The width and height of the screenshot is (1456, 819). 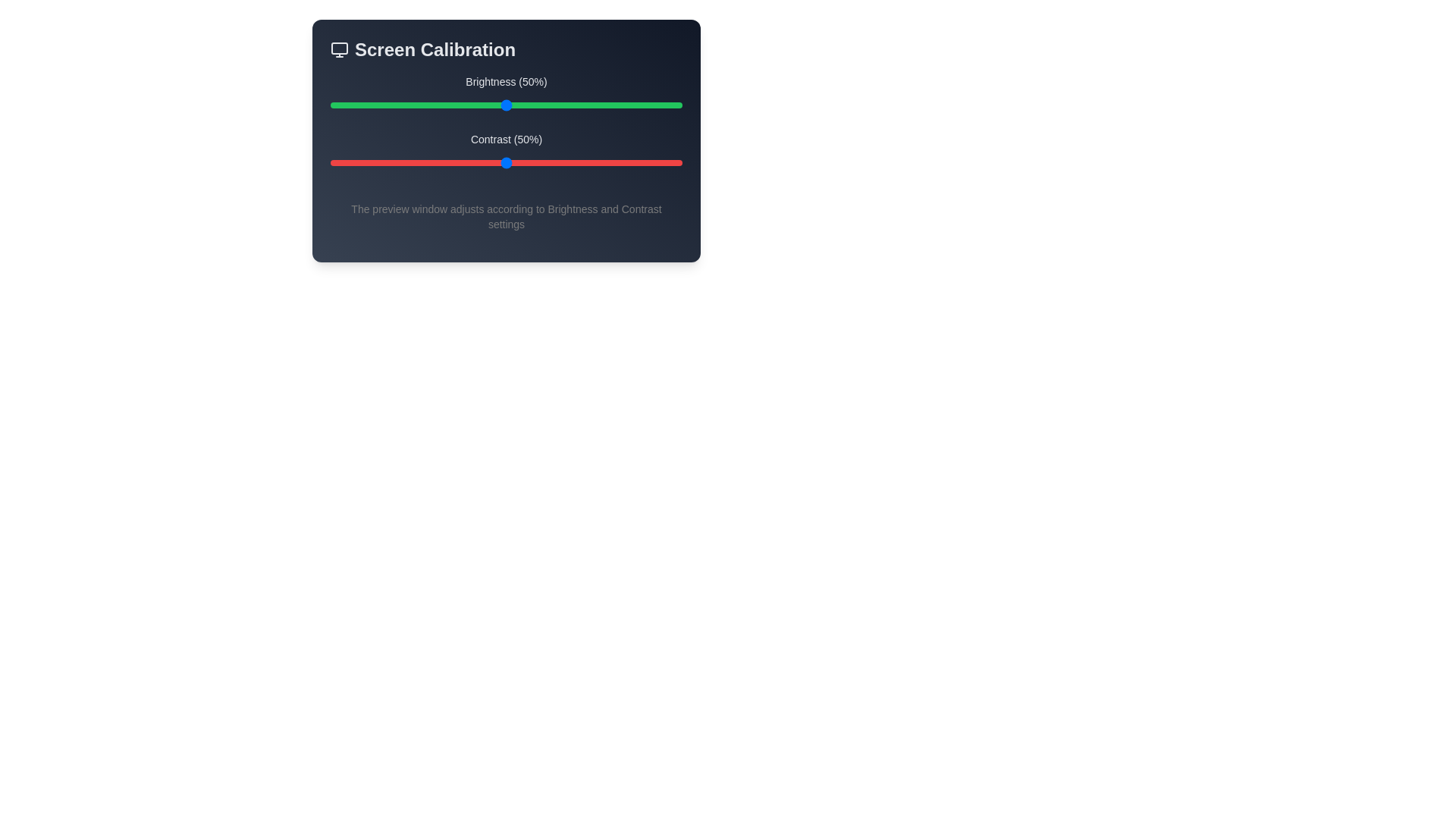 I want to click on the brightness slider to set the brightness level to 53%, so click(x=516, y=104).